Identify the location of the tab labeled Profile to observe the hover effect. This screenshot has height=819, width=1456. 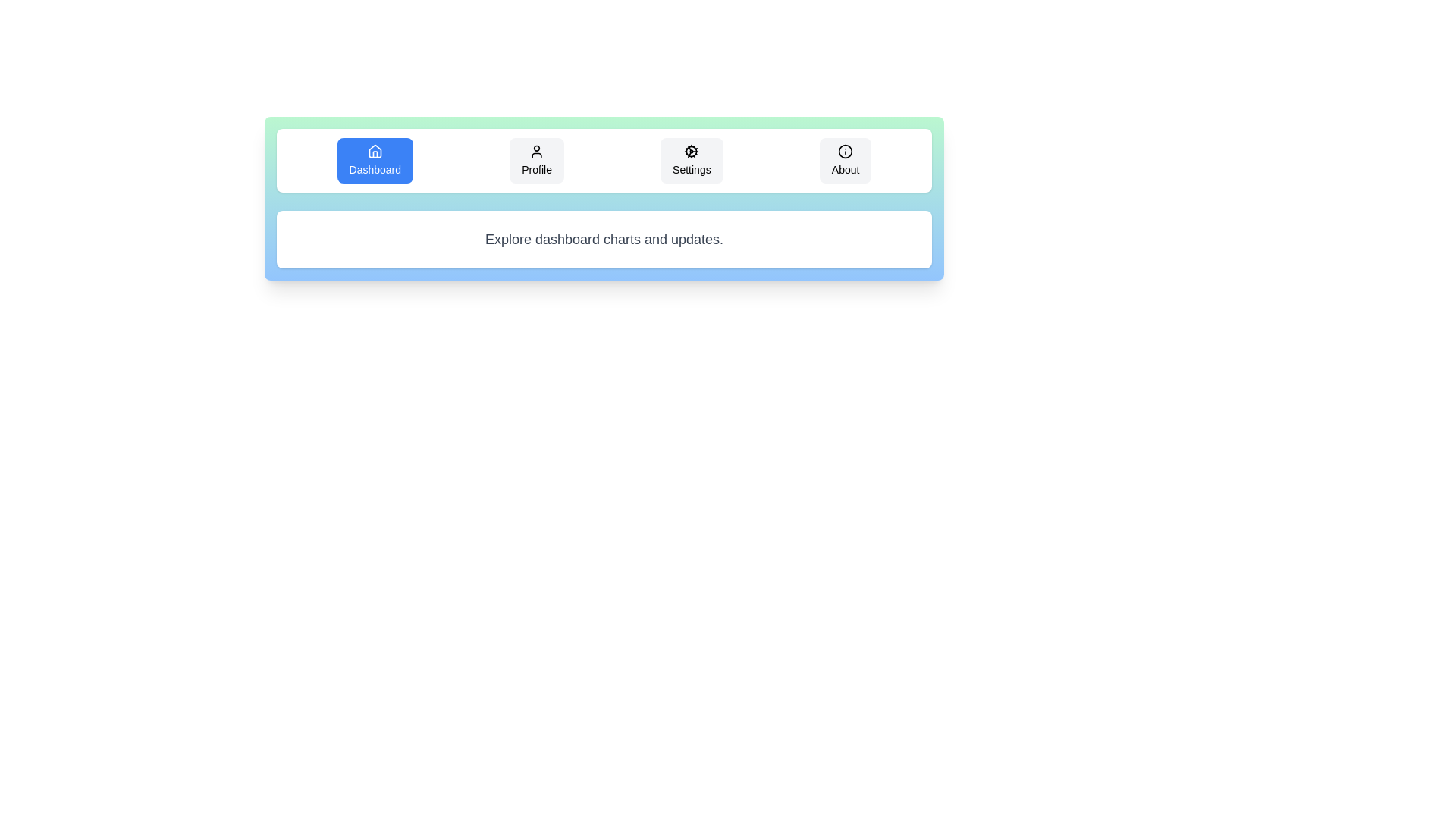
(537, 161).